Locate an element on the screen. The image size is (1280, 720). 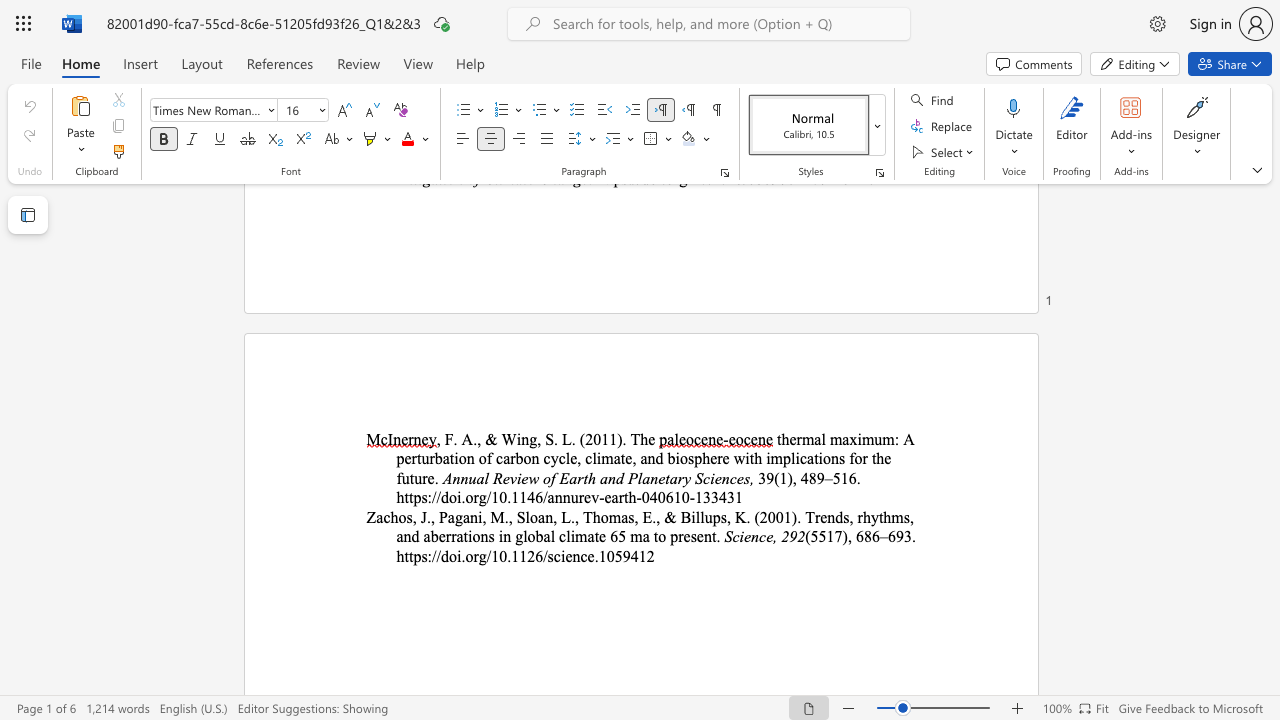
the subset text "ps://doi.org/10.1126/science.1059412" within the text "(5517), 686–693. https://doi.org/10.1126/science.1059412" is located at coordinates (412, 556).